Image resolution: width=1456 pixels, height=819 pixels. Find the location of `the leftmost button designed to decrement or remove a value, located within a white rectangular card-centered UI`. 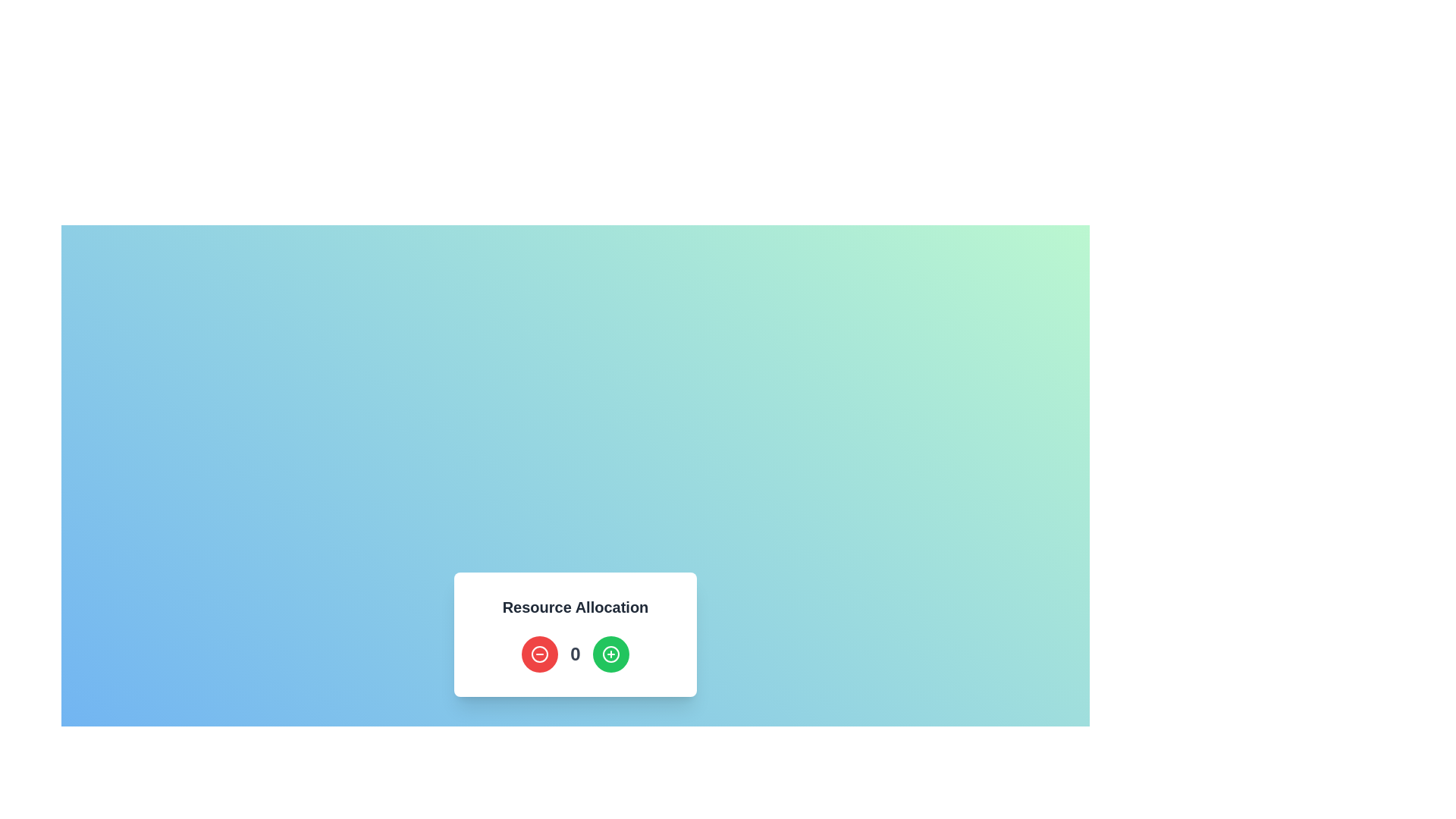

the leftmost button designed to decrement or remove a value, located within a white rectangular card-centered UI is located at coordinates (540, 654).